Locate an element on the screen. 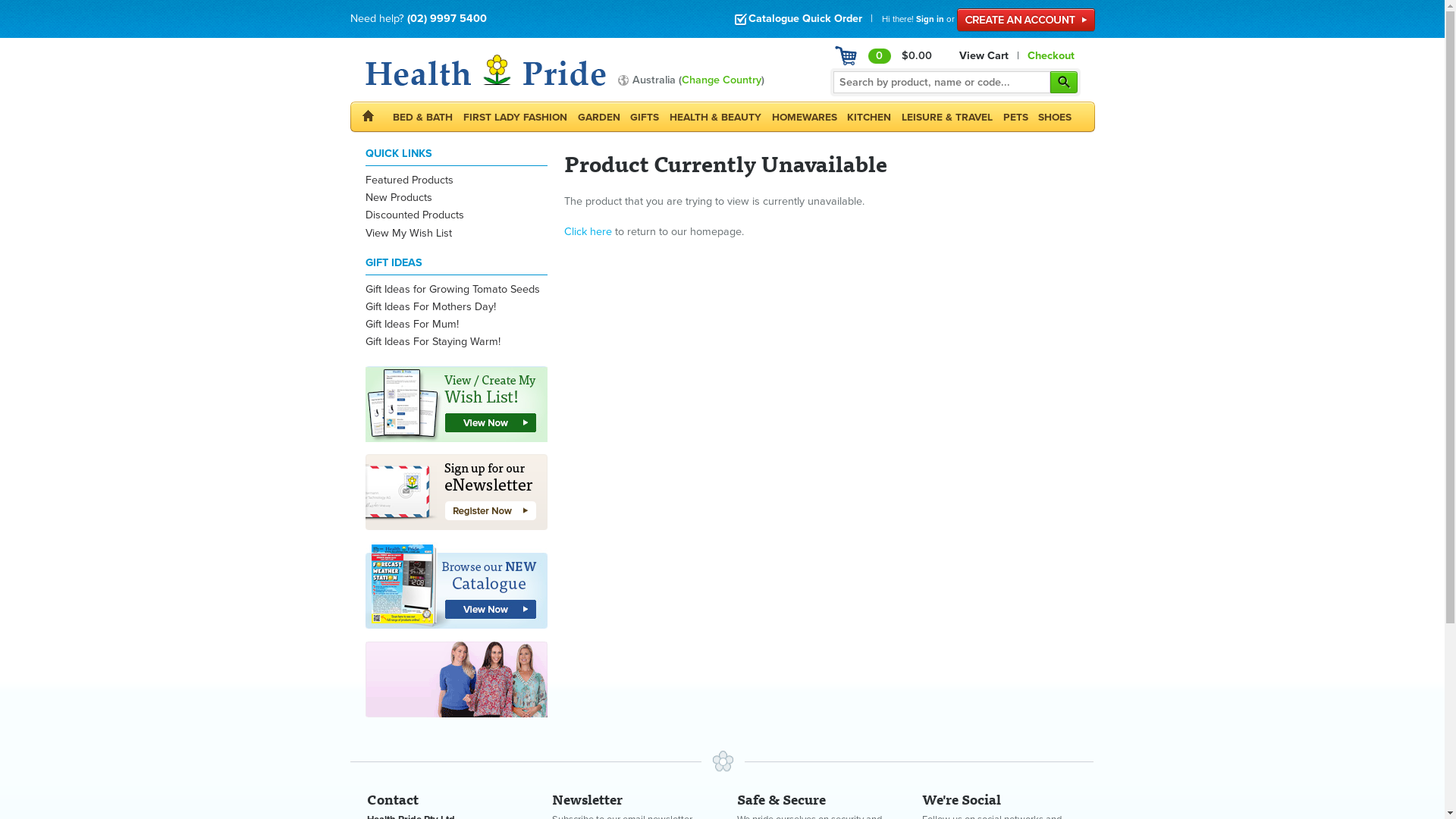 This screenshot has width=1456, height=819. 'Sign in' is located at coordinates (929, 18).